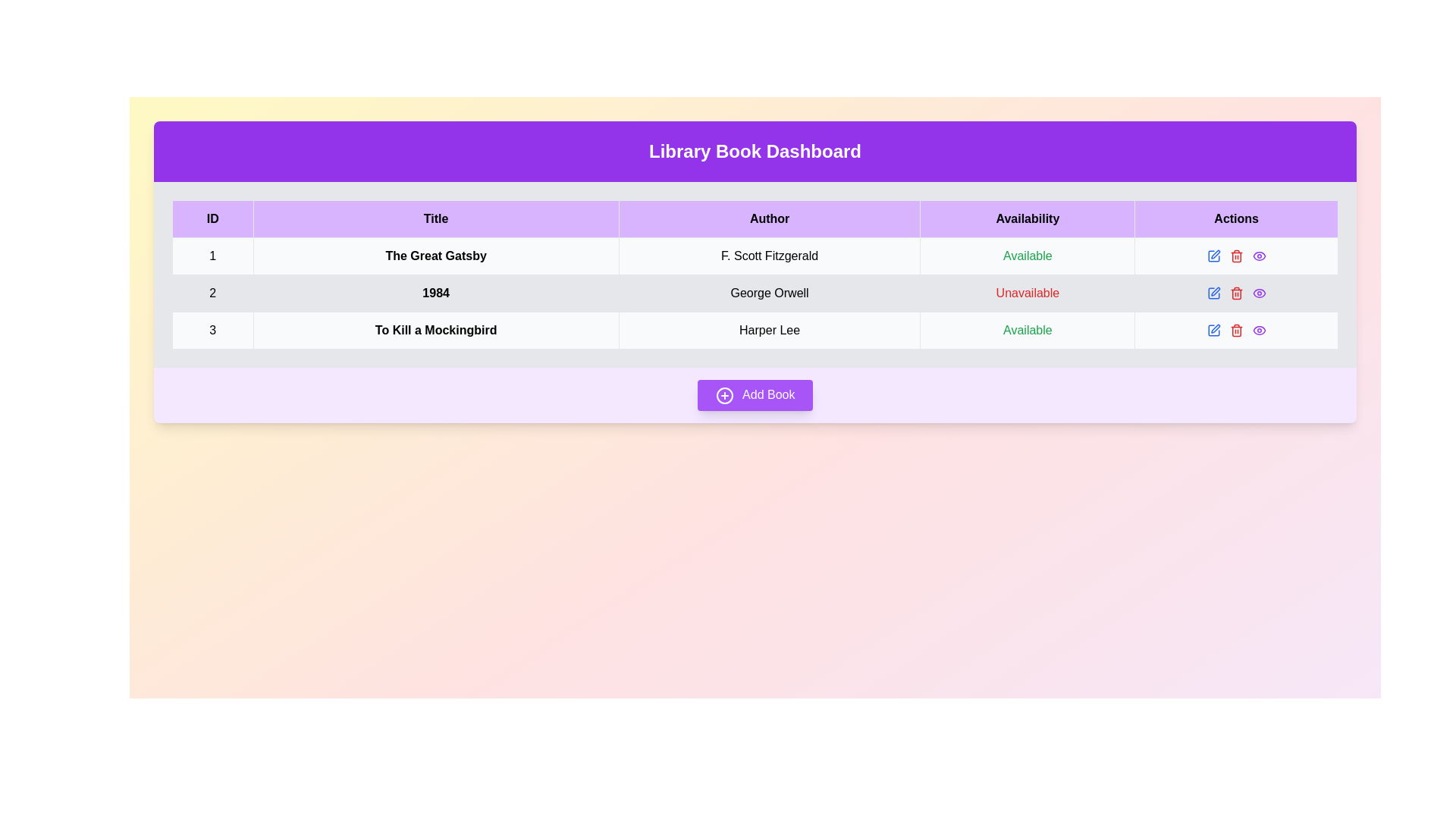 The width and height of the screenshot is (1456, 819). I want to click on the central text header that serves as the title for the dashboard interface, located at the top of the section, so click(755, 152).